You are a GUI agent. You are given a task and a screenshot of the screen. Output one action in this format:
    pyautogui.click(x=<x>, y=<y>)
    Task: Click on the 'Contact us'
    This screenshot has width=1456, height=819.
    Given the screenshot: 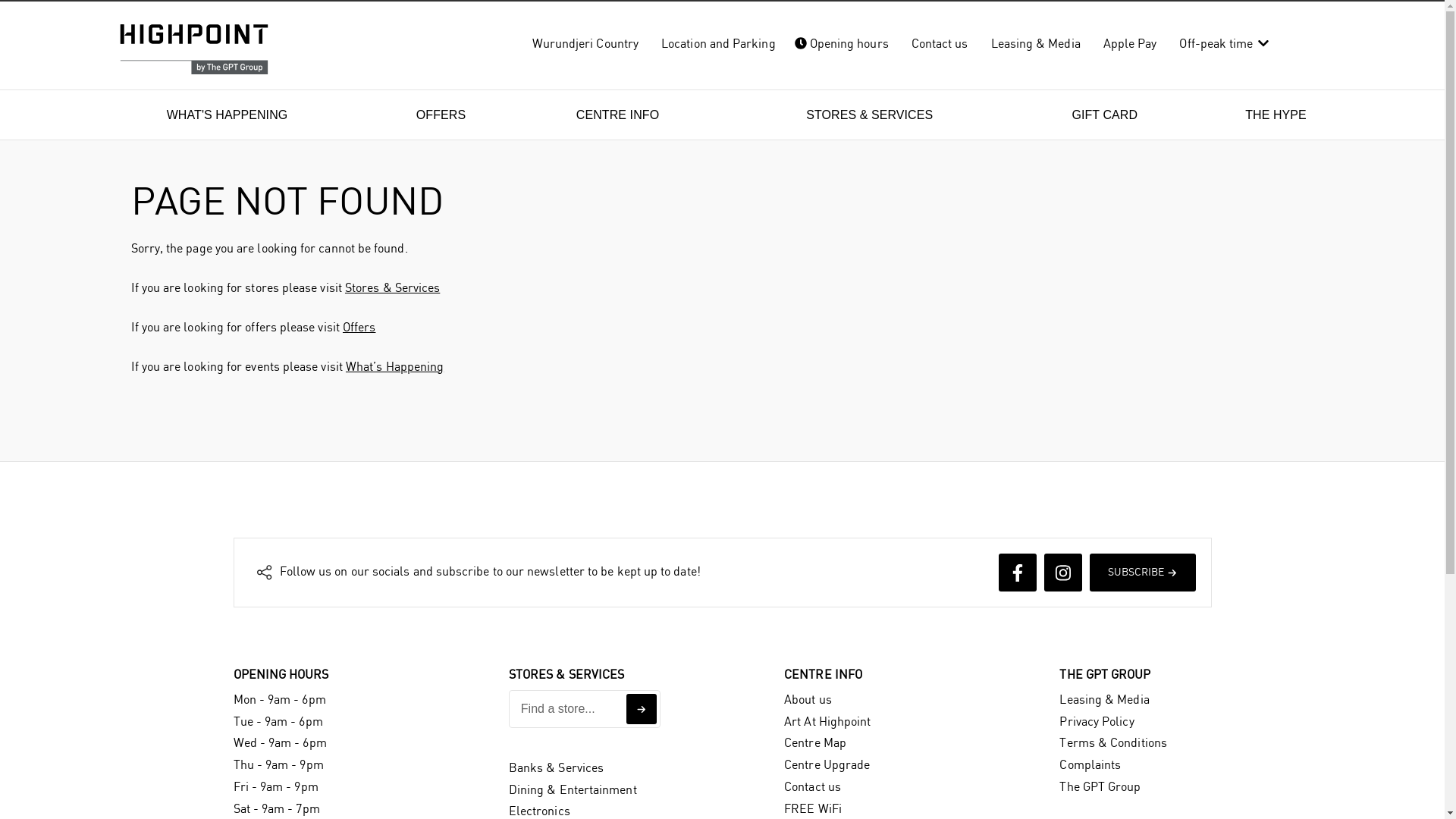 What is the action you would take?
    pyautogui.click(x=811, y=786)
    